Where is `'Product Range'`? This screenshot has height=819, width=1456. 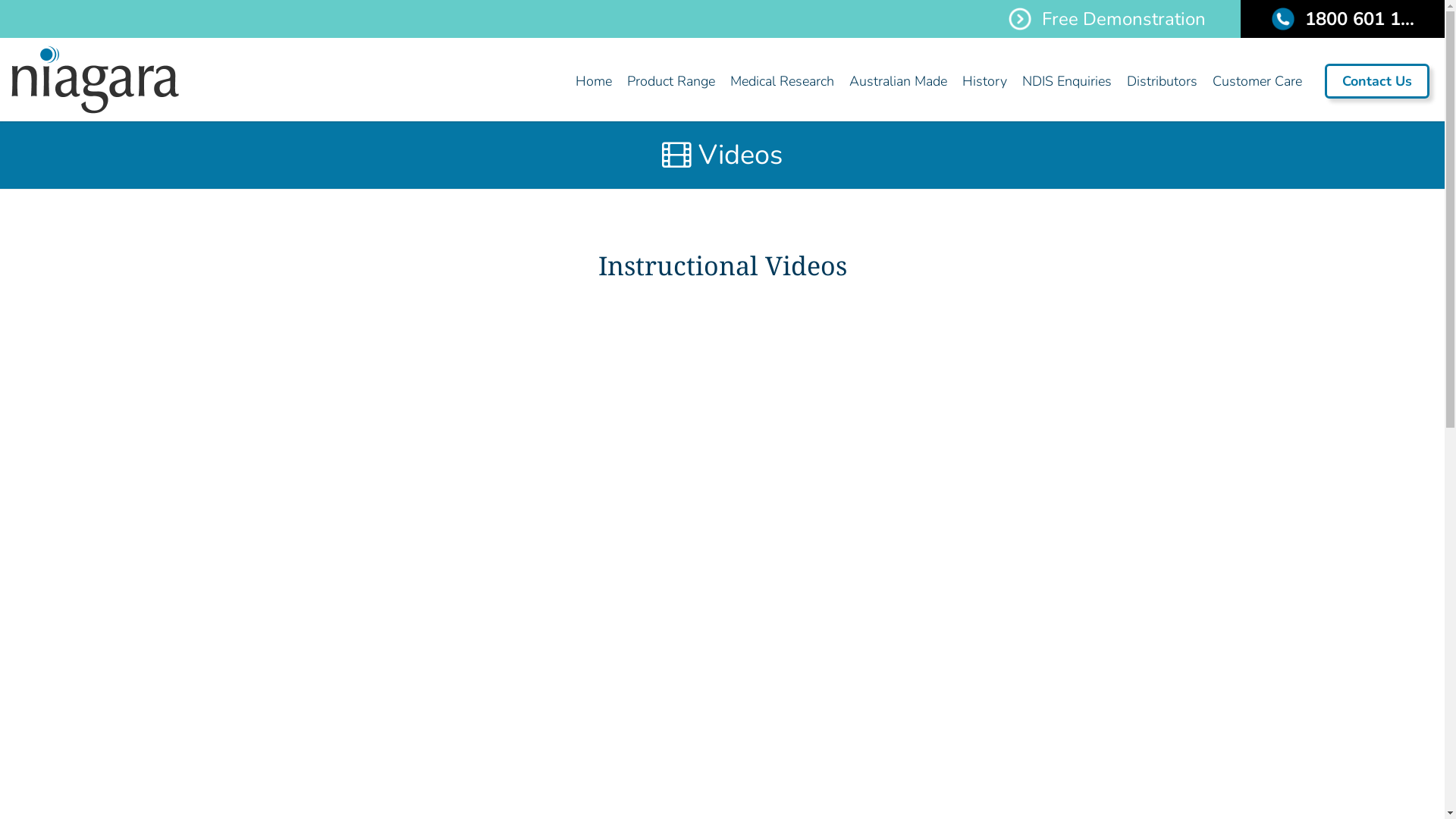
'Product Range' is located at coordinates (670, 81).